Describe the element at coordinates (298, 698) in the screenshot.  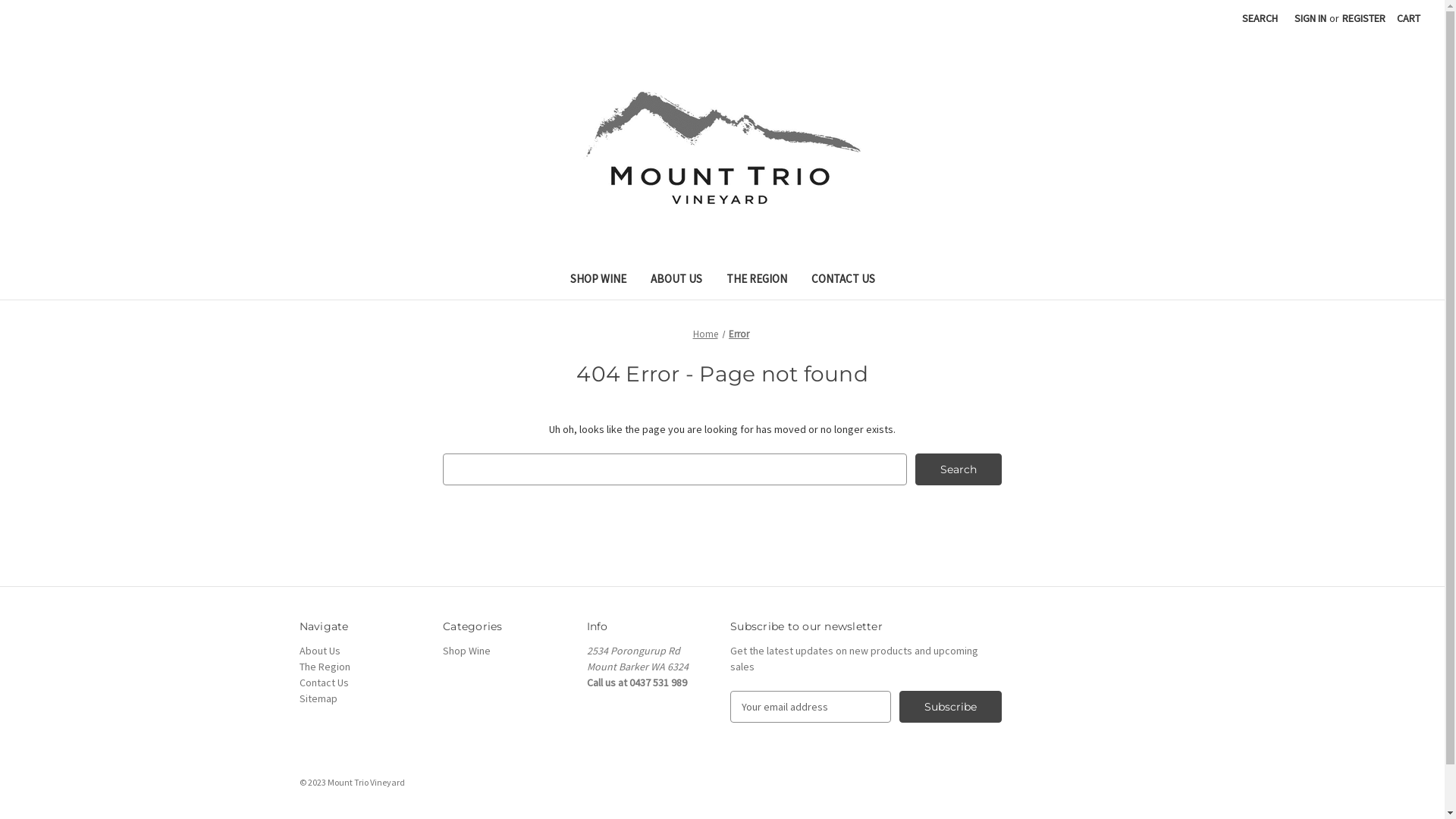
I see `'Sitemap'` at that location.